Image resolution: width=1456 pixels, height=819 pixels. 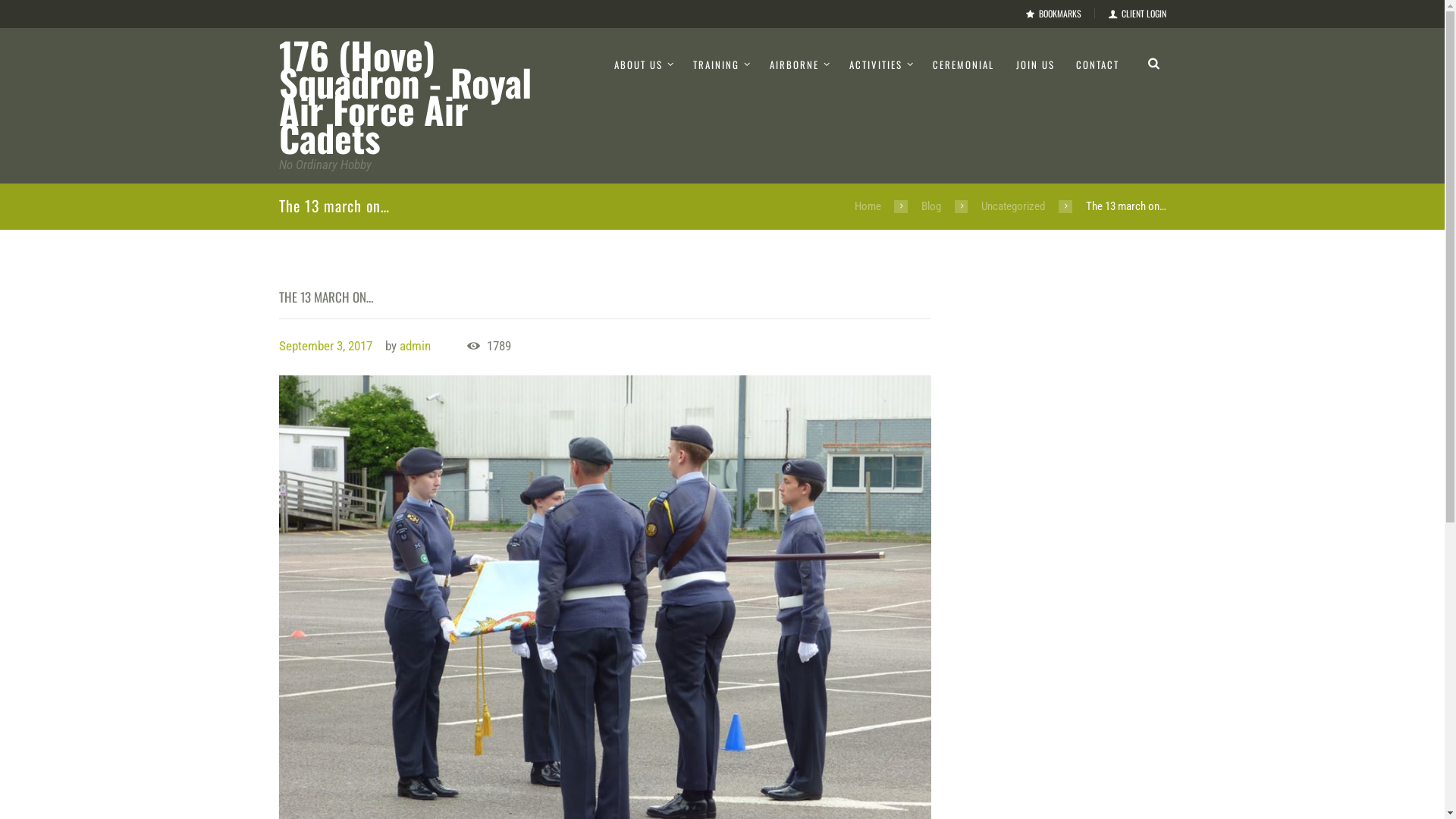 I want to click on 'CLIENT LOGIN', so click(x=1137, y=14).